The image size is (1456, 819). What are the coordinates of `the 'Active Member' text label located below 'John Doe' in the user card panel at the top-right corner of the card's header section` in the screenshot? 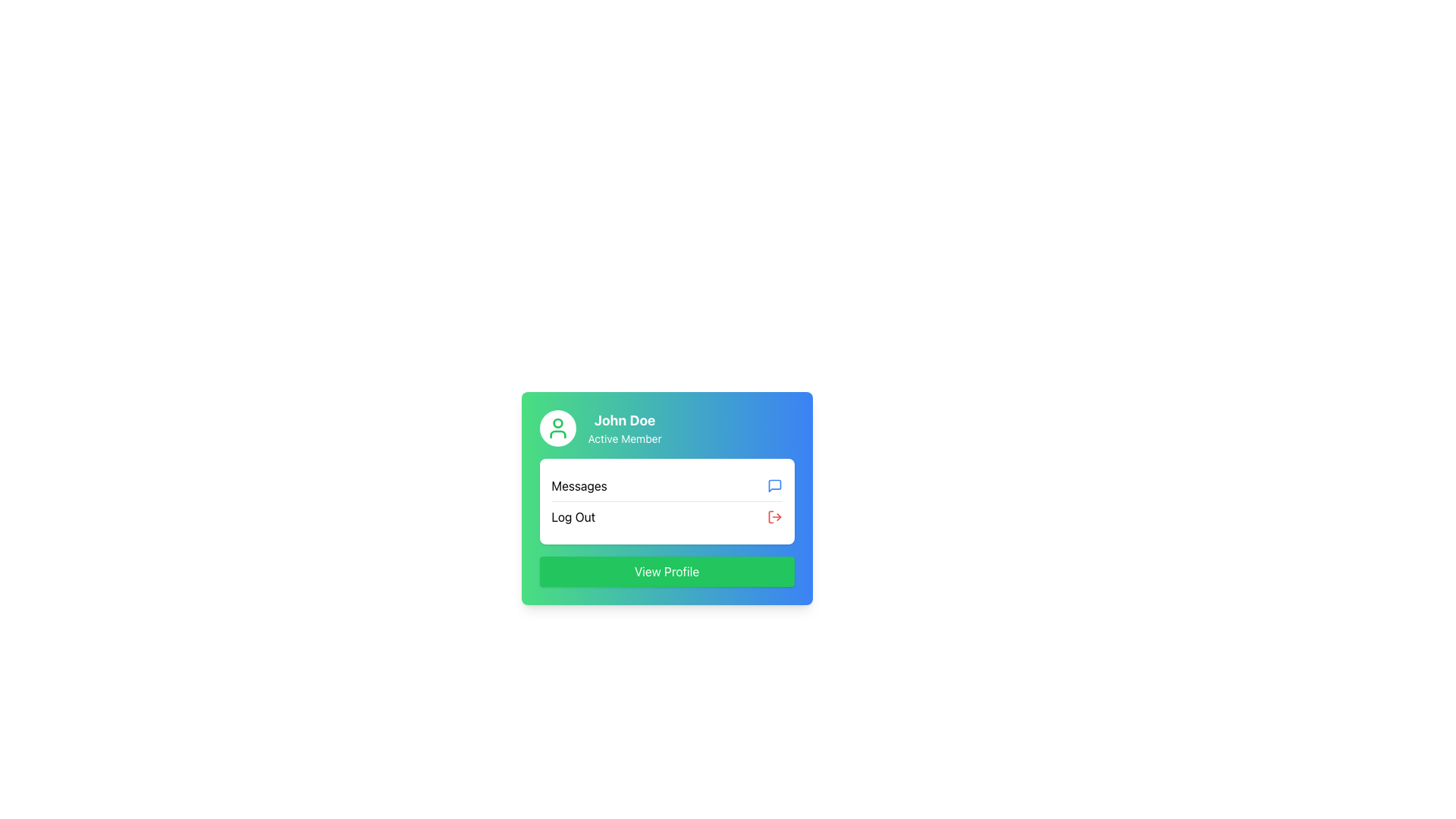 It's located at (625, 438).